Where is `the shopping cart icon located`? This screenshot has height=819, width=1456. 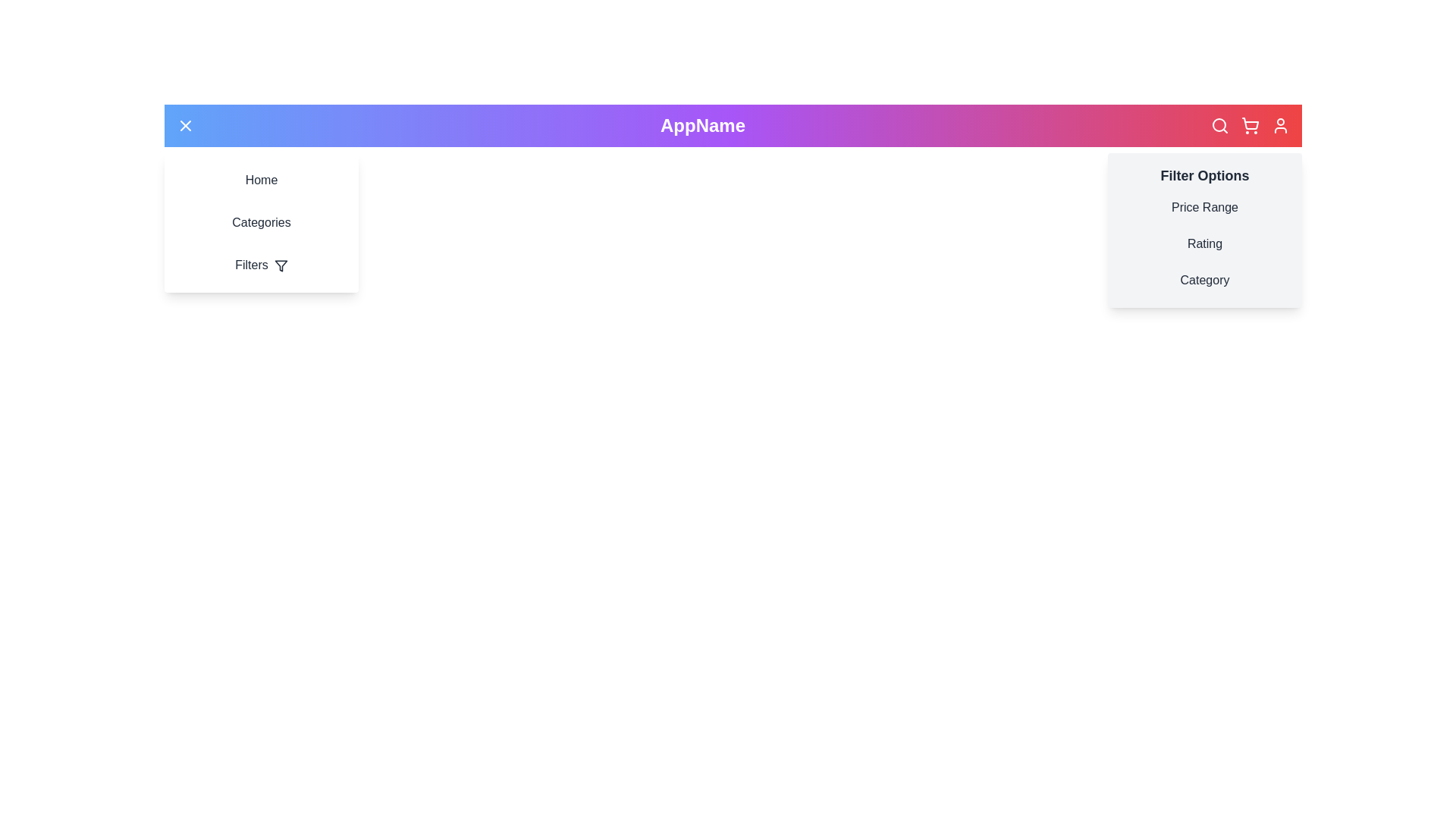
the shopping cart icon located is located at coordinates (1250, 124).